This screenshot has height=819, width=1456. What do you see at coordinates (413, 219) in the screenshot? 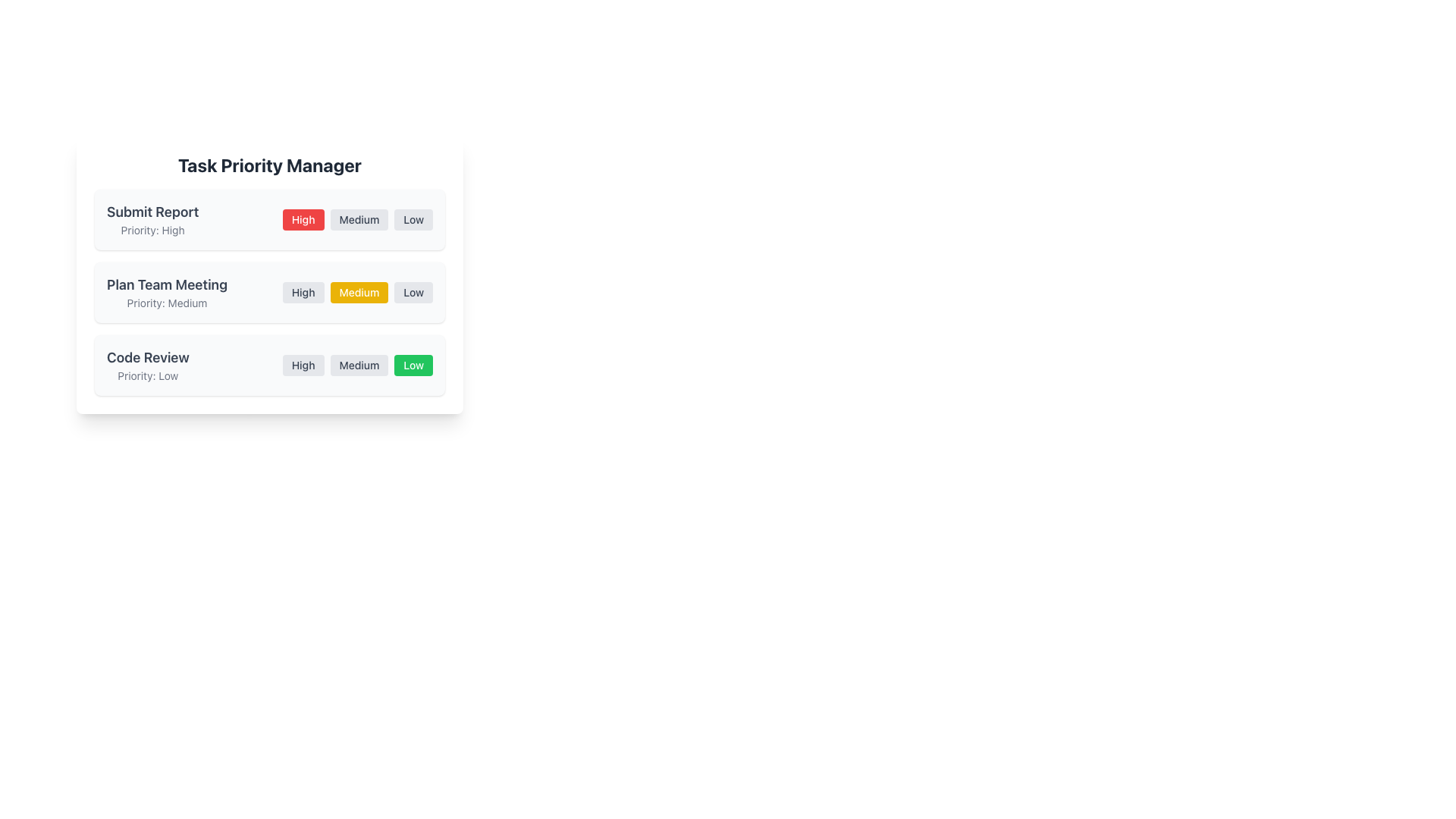
I see `the 'Low' priority button, which is the third button in a row of three, located to the right of the 'High' and 'Medium' buttons in the priority selection list` at bounding box center [413, 219].